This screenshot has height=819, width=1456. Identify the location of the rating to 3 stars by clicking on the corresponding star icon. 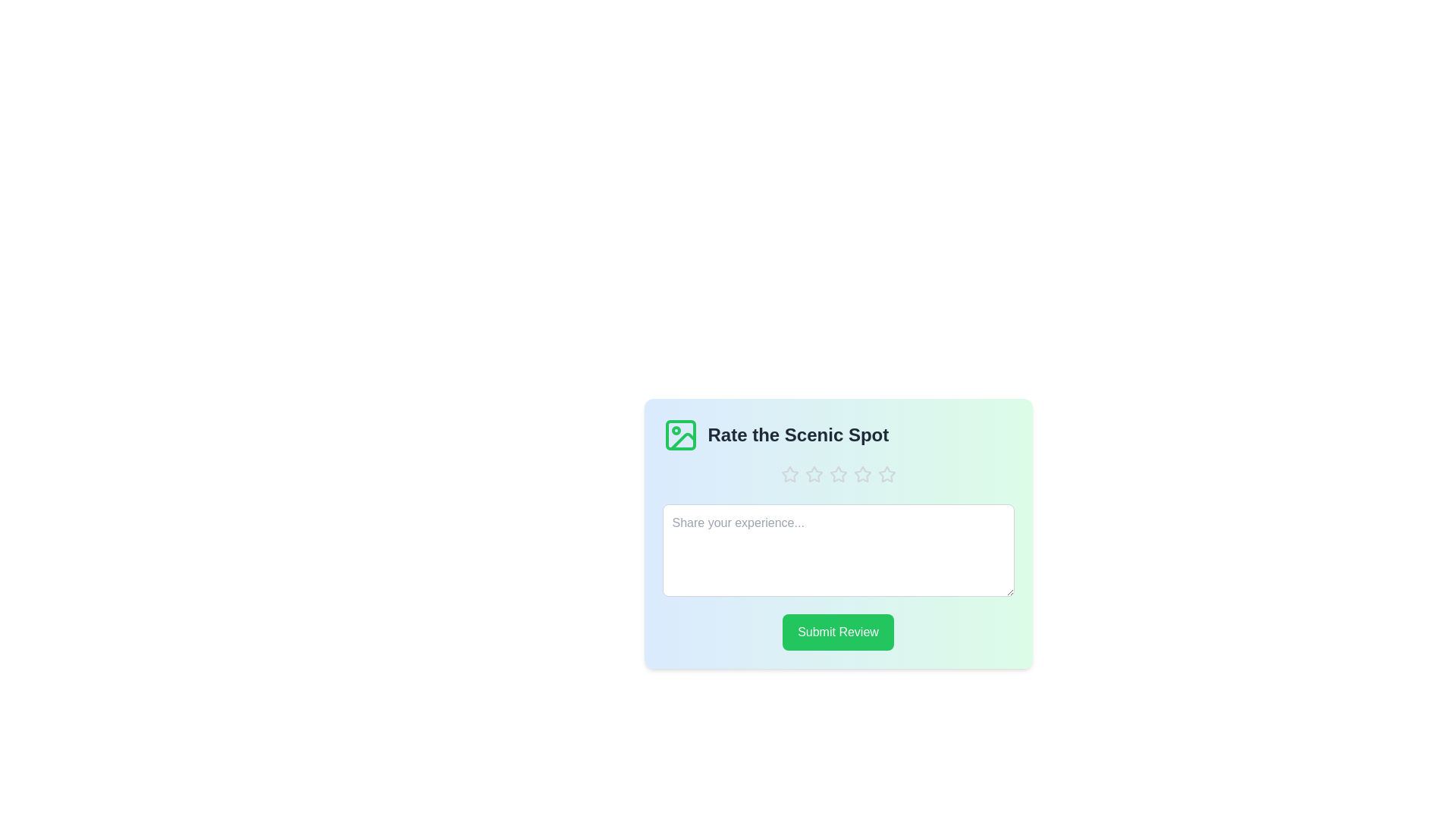
(837, 473).